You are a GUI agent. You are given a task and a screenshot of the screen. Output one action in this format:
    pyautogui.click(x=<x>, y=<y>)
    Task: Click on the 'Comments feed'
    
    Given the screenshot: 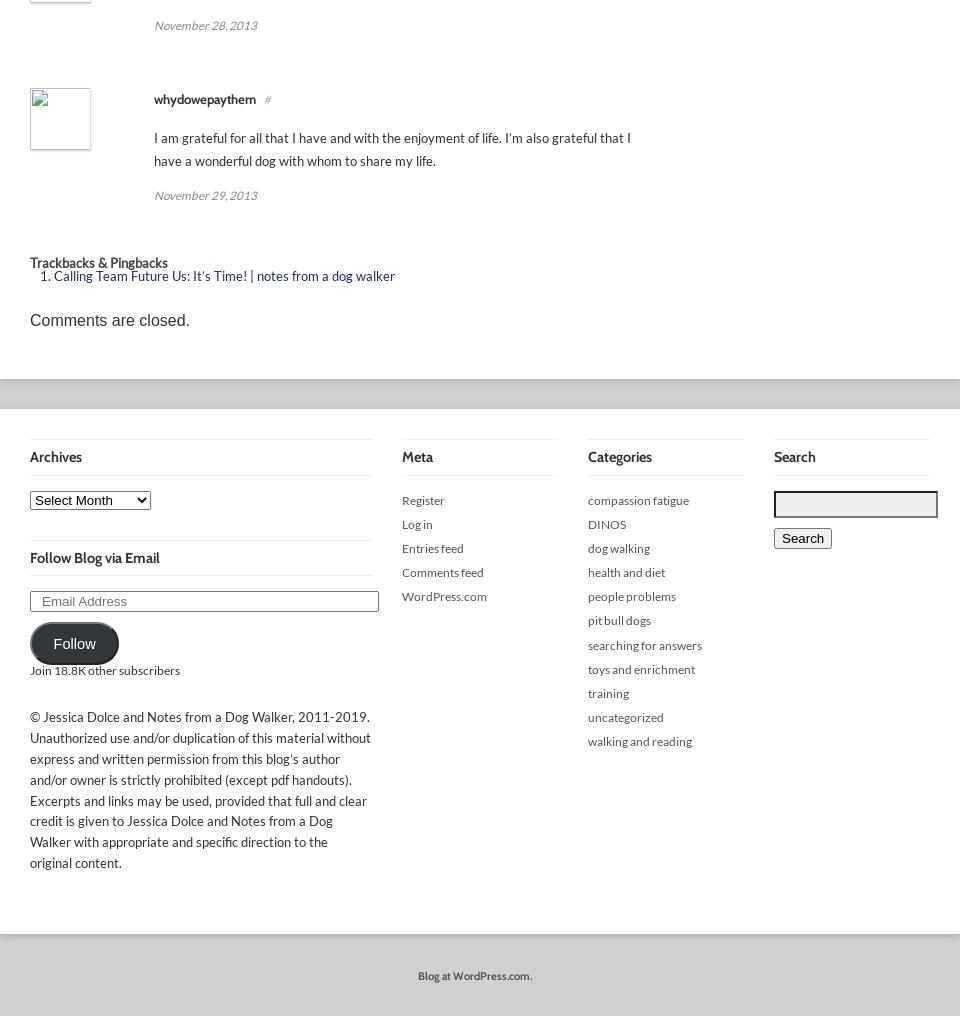 What is the action you would take?
    pyautogui.click(x=443, y=572)
    